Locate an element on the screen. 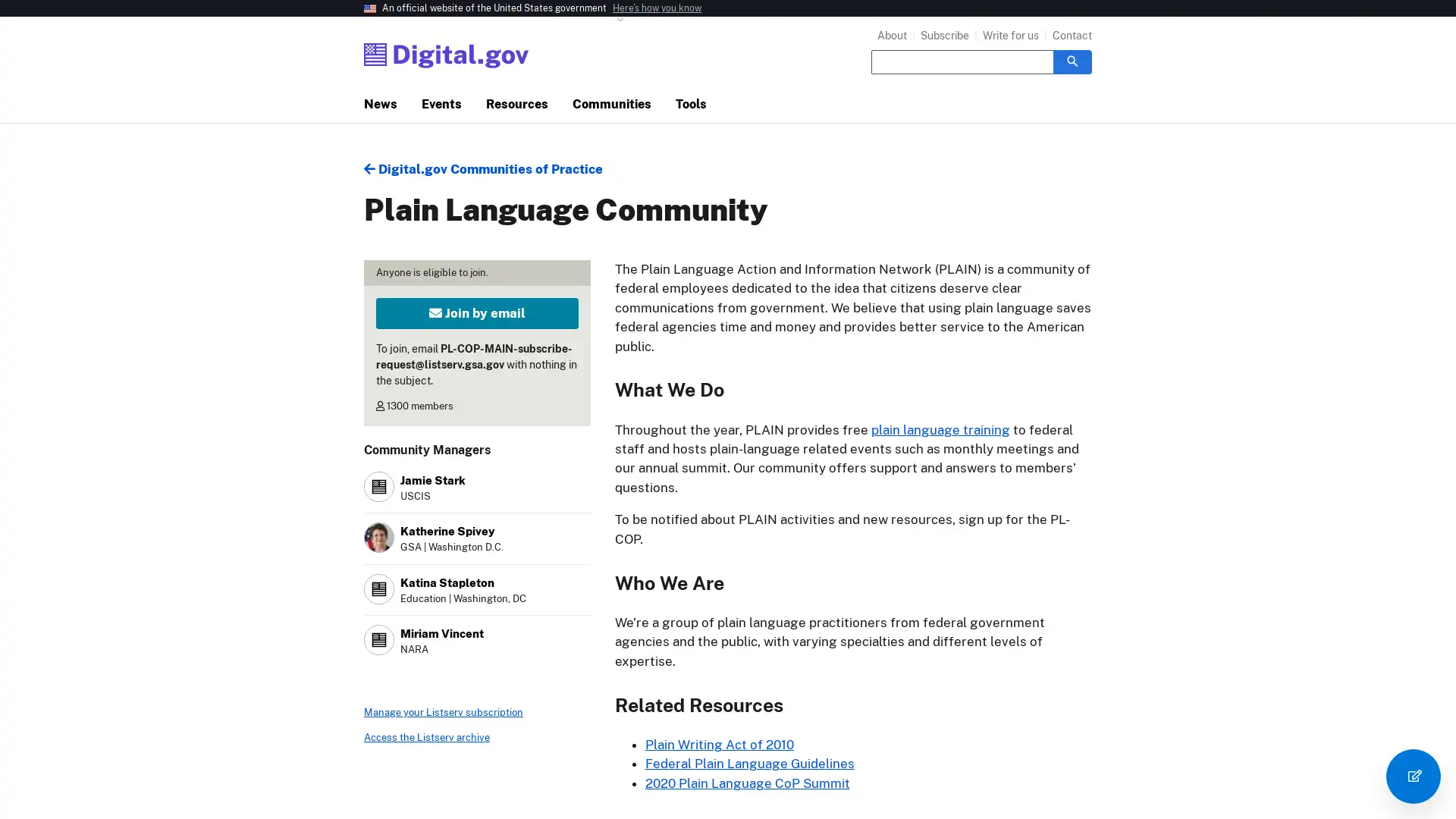  edit is located at coordinates (1412, 776).